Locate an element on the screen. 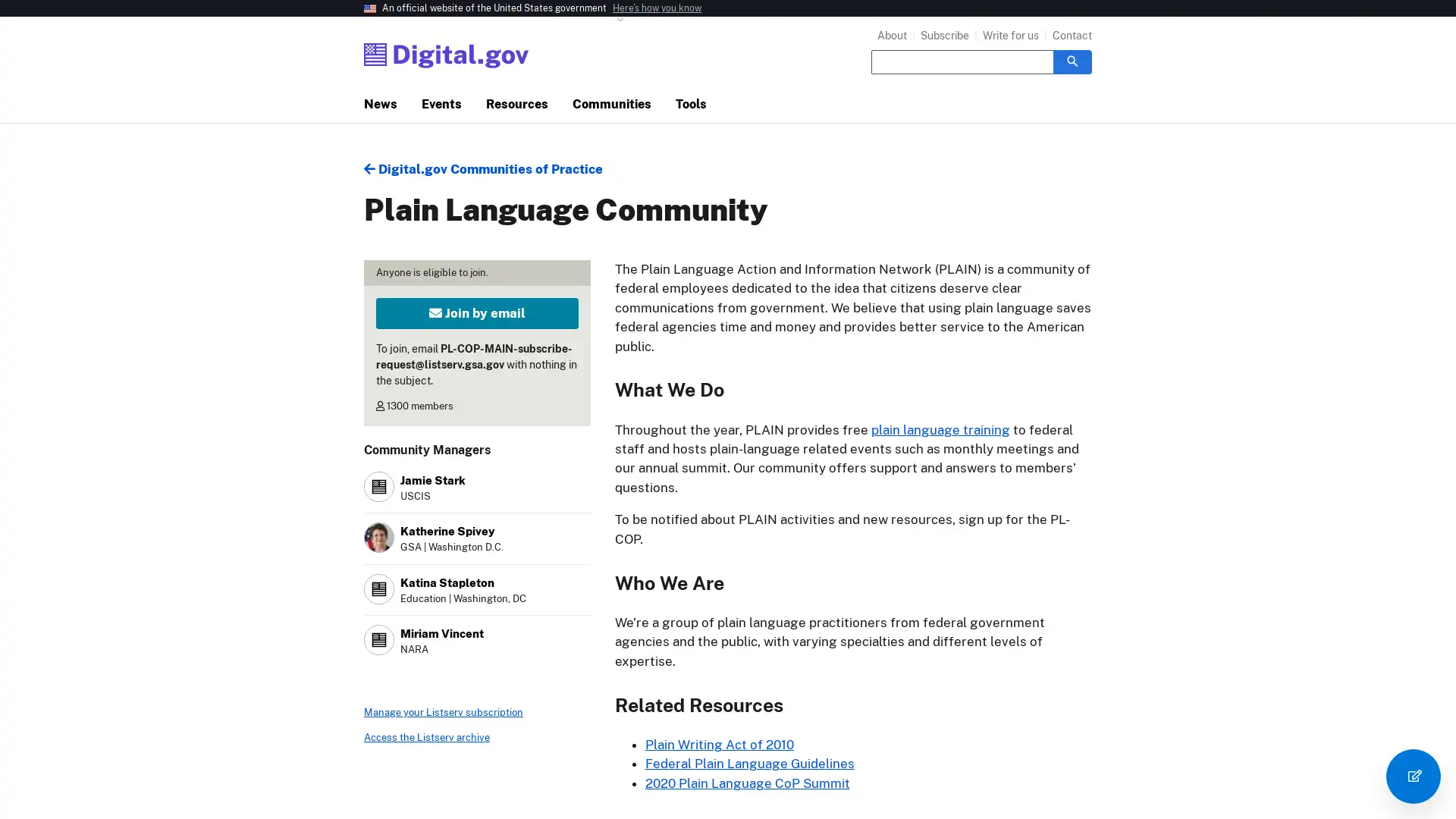  edit is located at coordinates (1412, 776).